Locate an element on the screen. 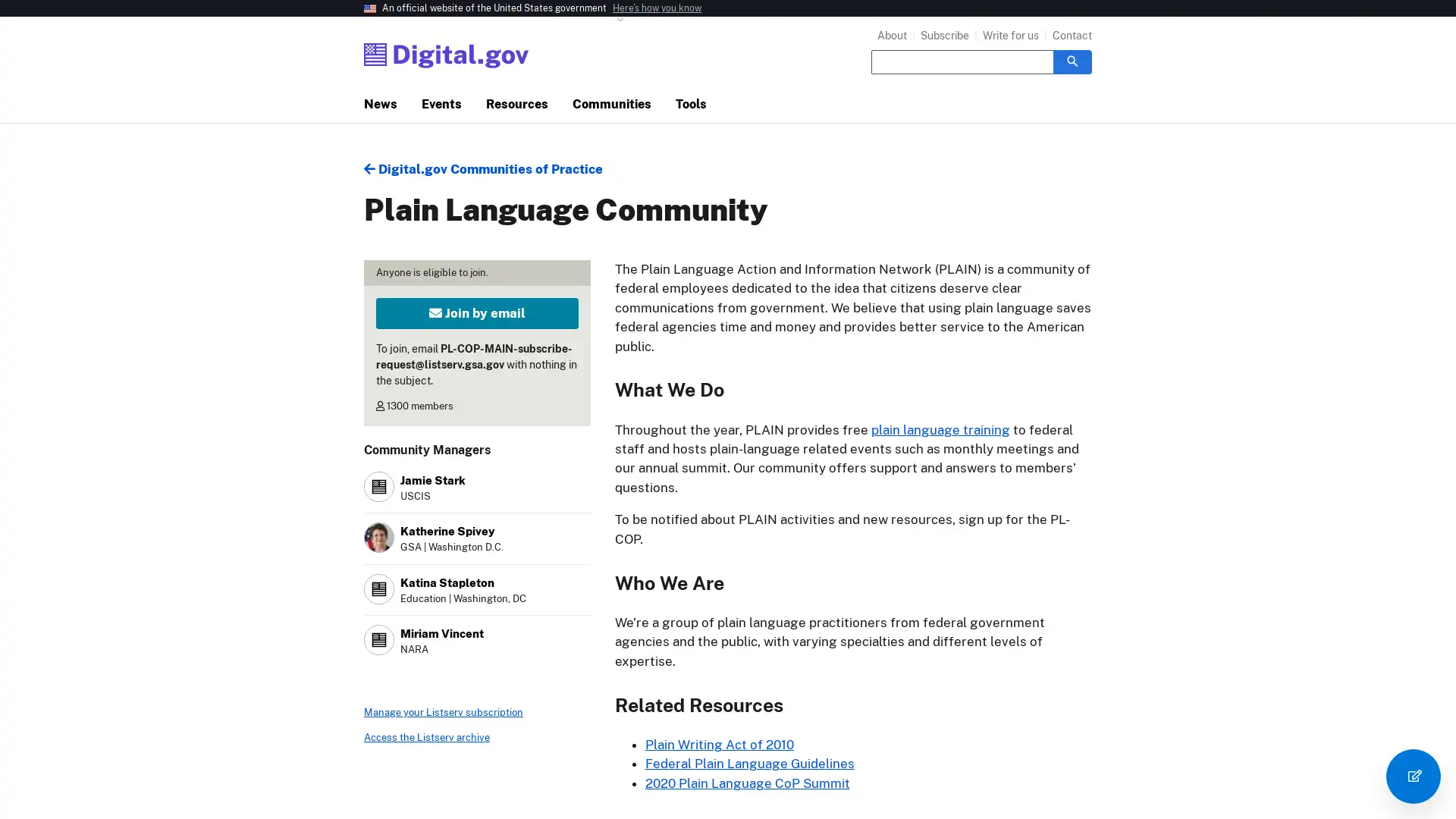  edit is located at coordinates (1412, 776).